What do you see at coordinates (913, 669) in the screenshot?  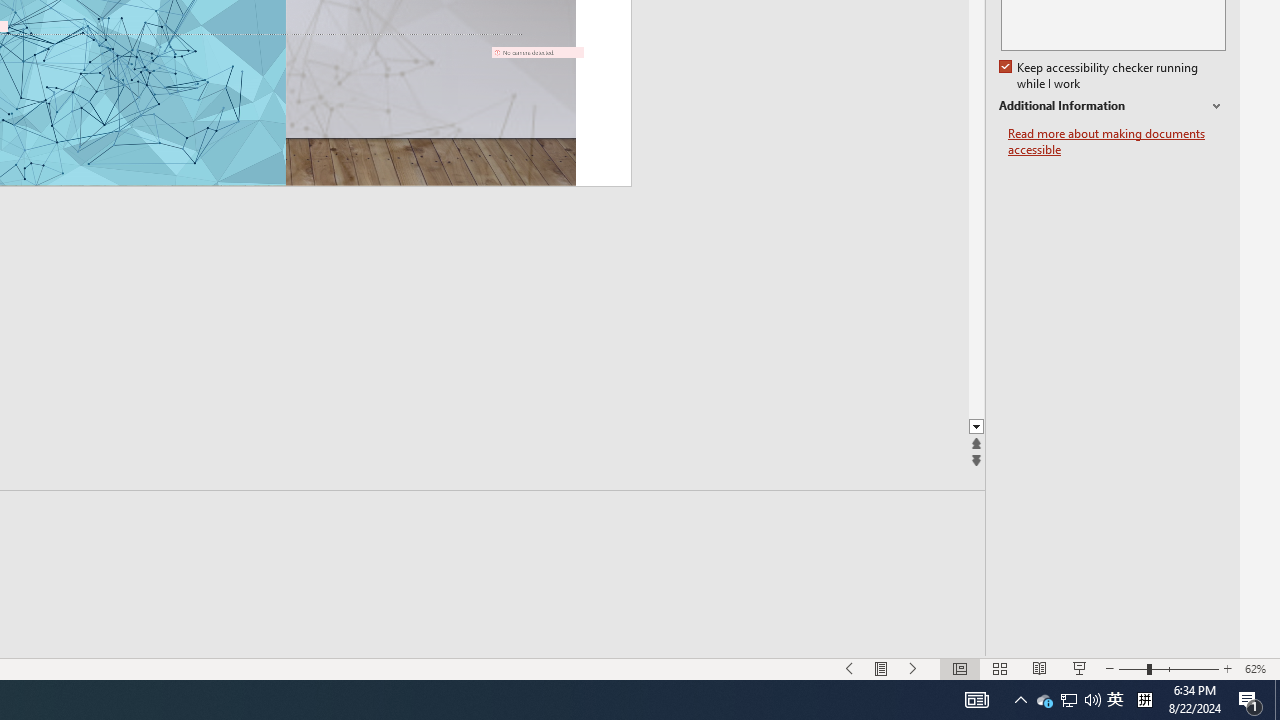 I see `'Slide Show Next On'` at bounding box center [913, 669].